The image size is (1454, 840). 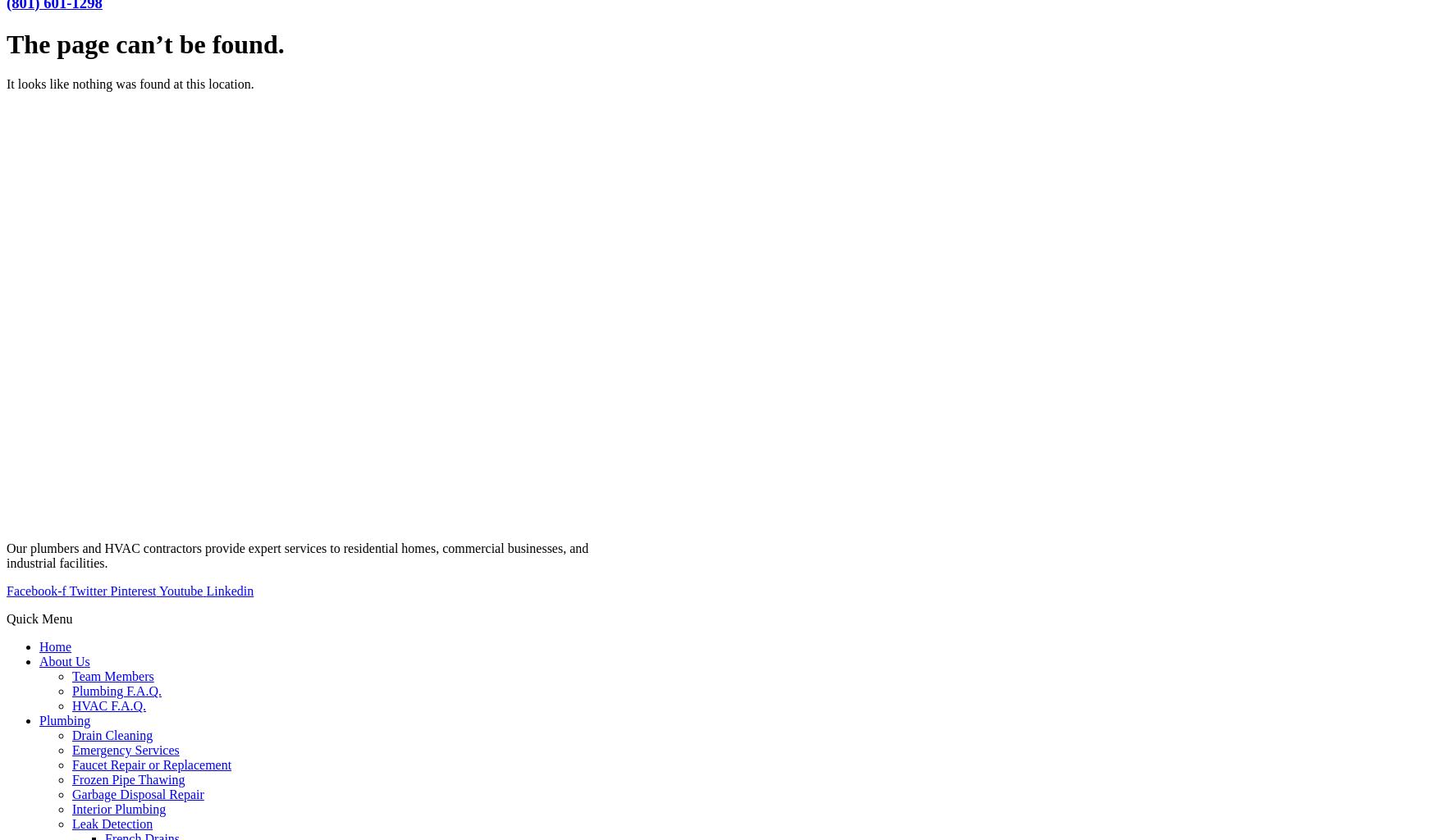 I want to click on 'Garbage Disposal Repair', so click(x=137, y=794).